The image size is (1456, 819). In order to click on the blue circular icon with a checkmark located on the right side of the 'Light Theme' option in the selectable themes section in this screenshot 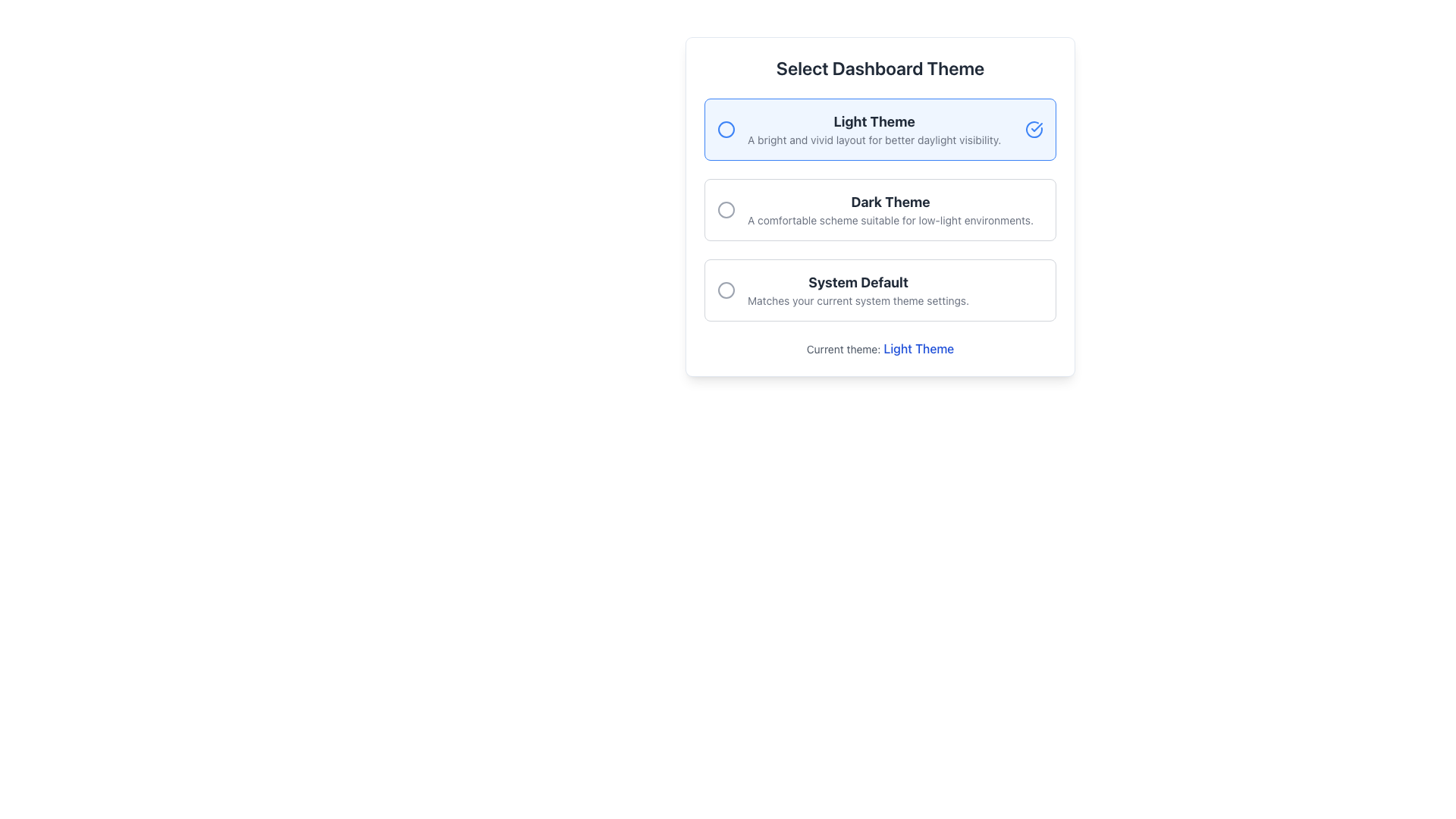, I will do `click(1033, 128)`.